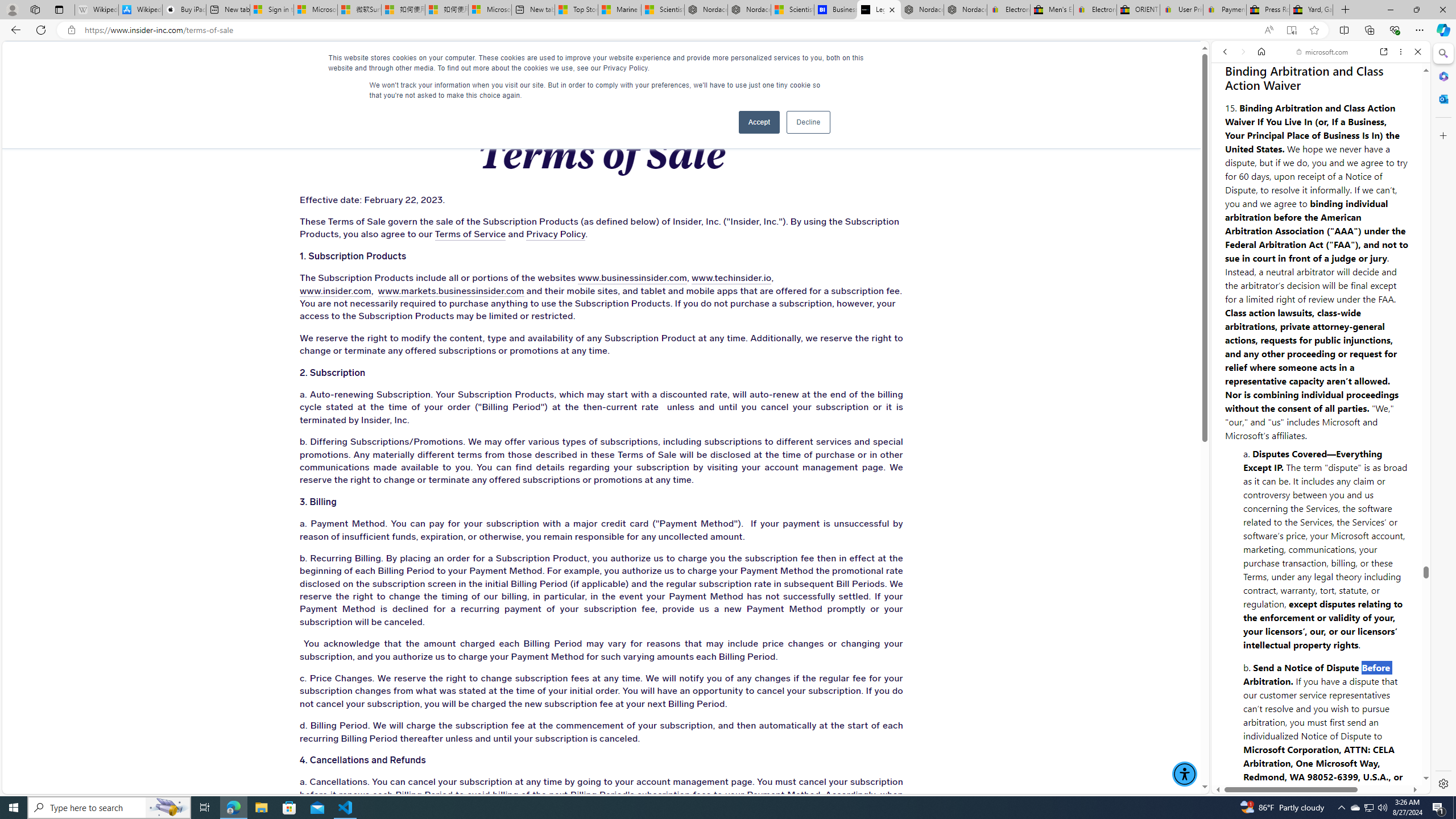 Image resolution: width=1456 pixels, height=819 pixels. What do you see at coordinates (619, 9) in the screenshot?
I see `'Marine life - MSN'` at bounding box center [619, 9].